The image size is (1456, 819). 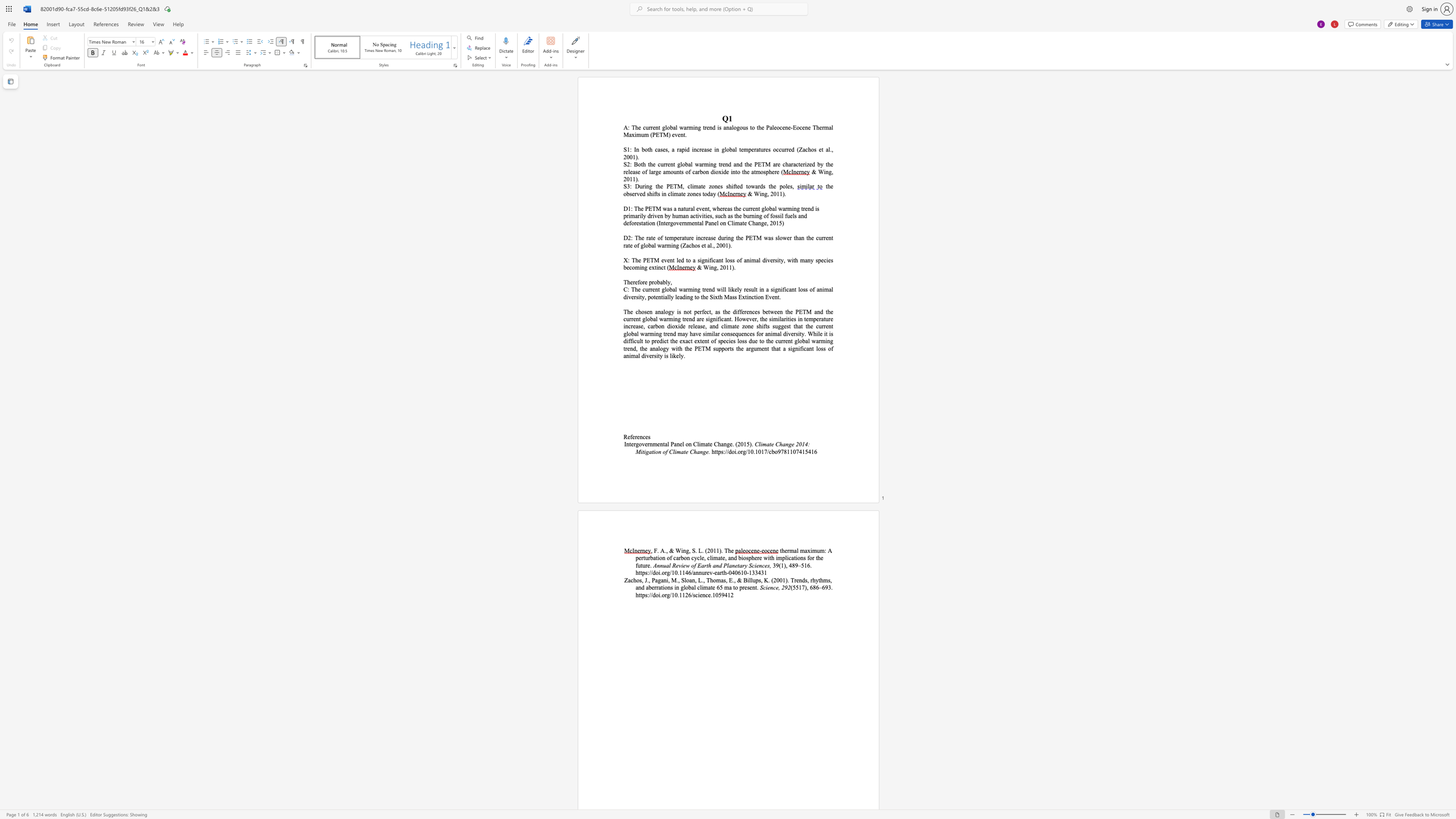 I want to click on the subset text "rnmental Panel on Cli" within the text "(Intergovernmental Panel on Climate Change, 2015)", so click(x=681, y=223).